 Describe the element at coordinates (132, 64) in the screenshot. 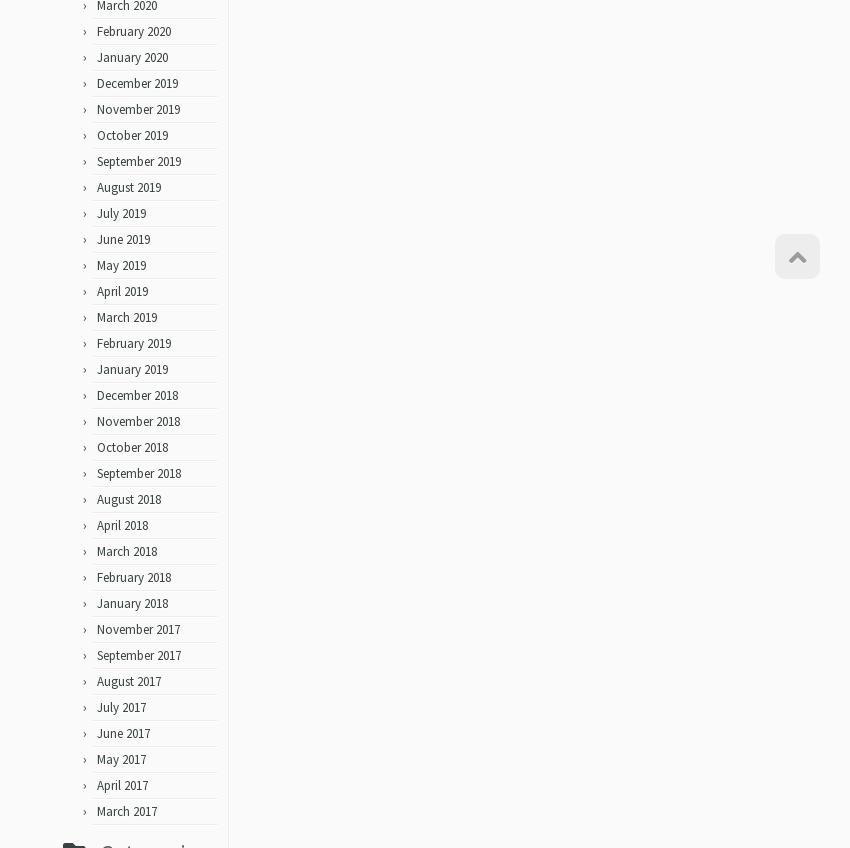

I see `'January 2020'` at that location.